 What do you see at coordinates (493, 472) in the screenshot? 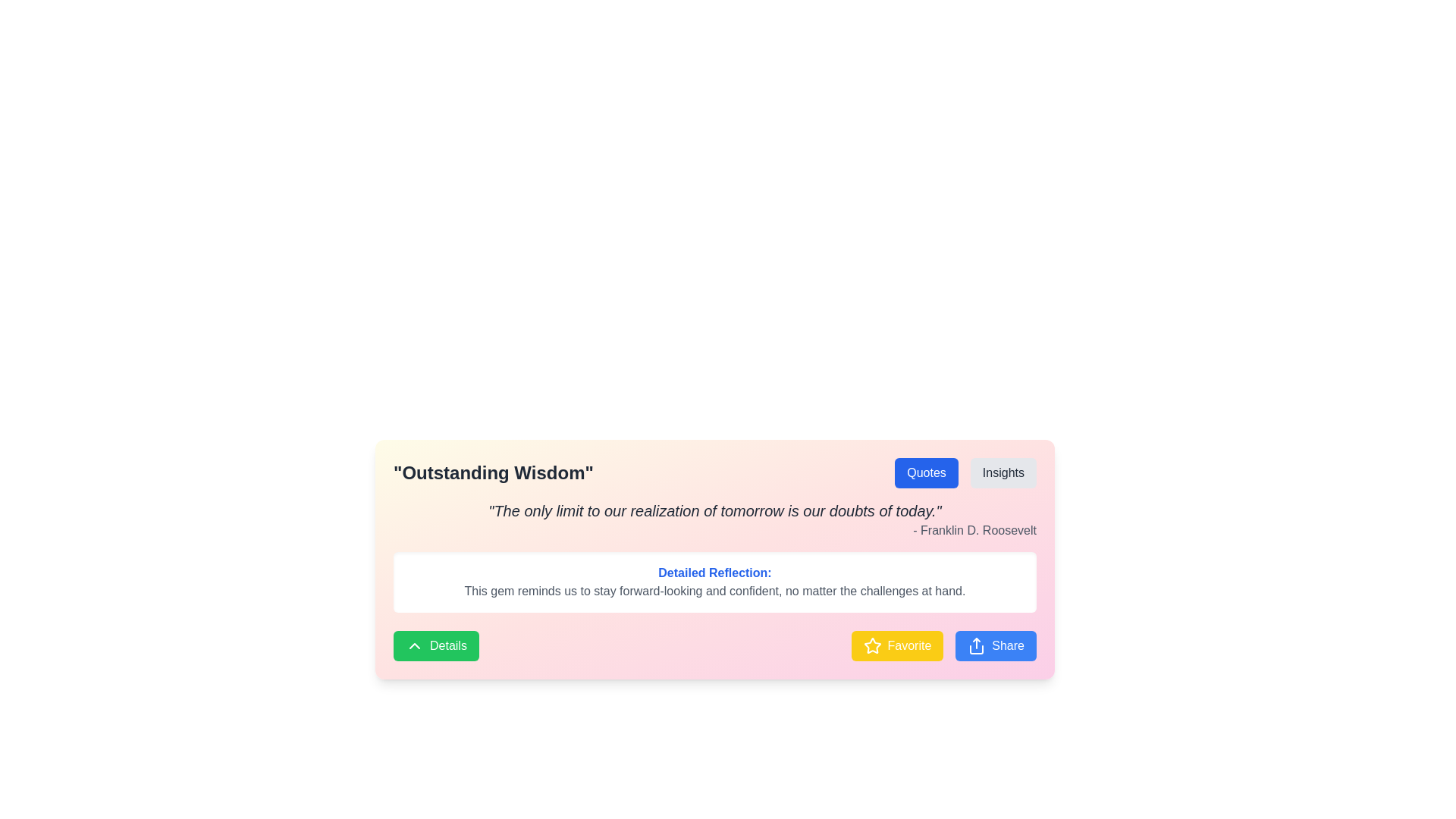
I see `the text element displaying 'Outstanding Wisdom' in bold and large font to select the text` at bounding box center [493, 472].